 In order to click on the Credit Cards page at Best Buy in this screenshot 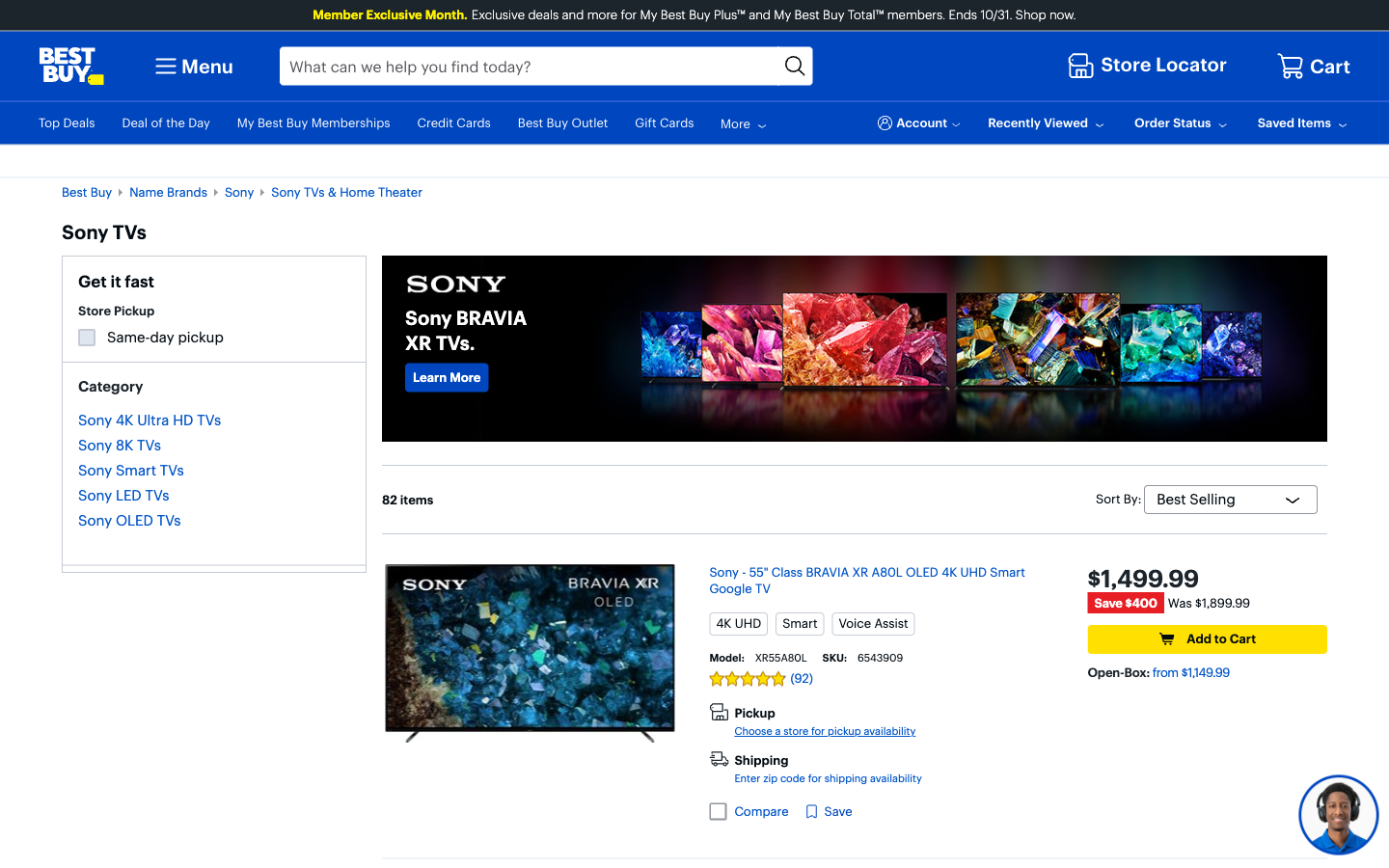, I will do `click(447, 376)`.